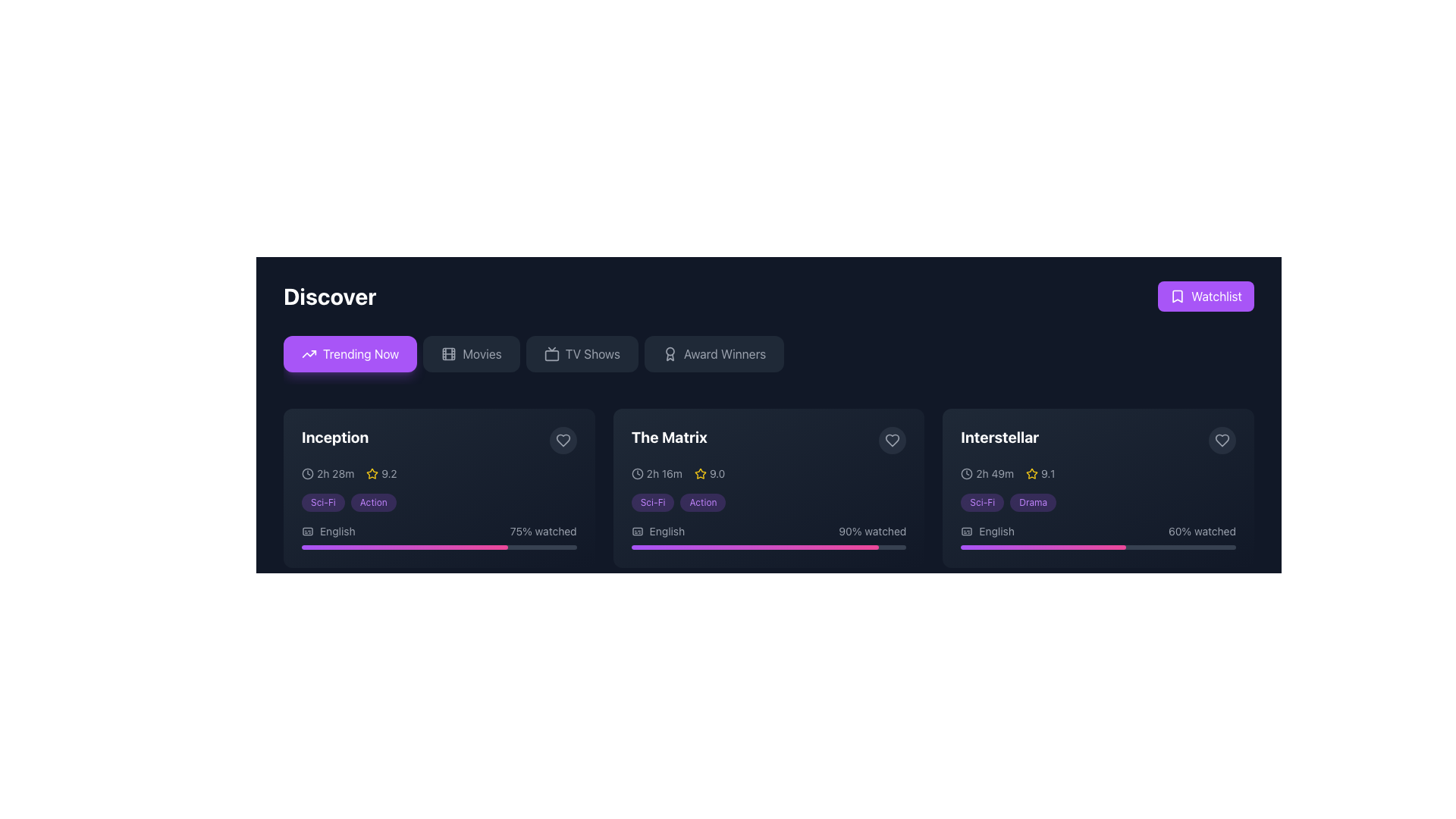 The image size is (1456, 819). What do you see at coordinates (438, 536) in the screenshot?
I see `the progress bar of the Combined information and progress display for the movie 'Inception'` at bounding box center [438, 536].